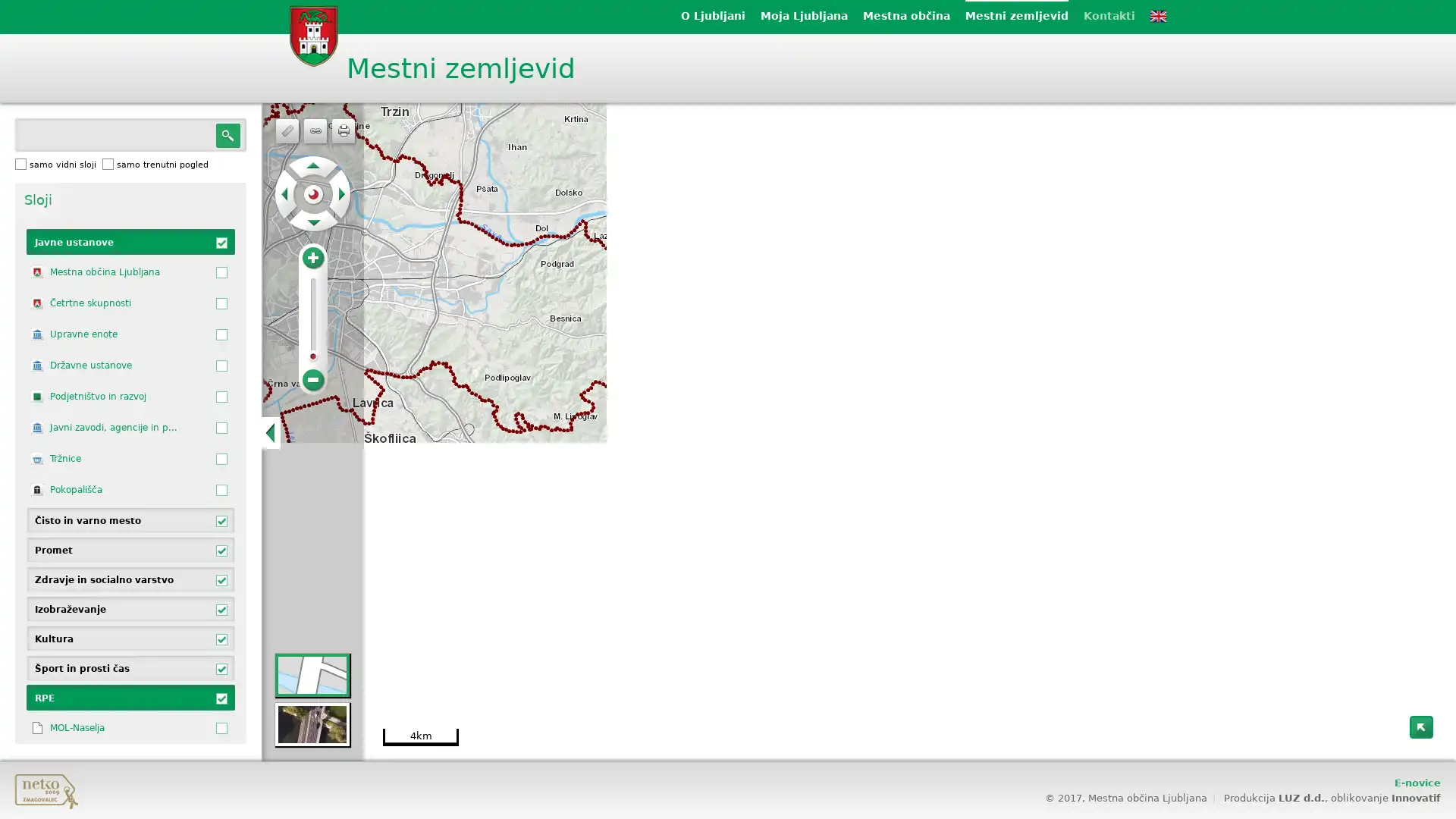  What do you see at coordinates (342, 130) in the screenshot?
I see `Tiskanje` at bounding box center [342, 130].